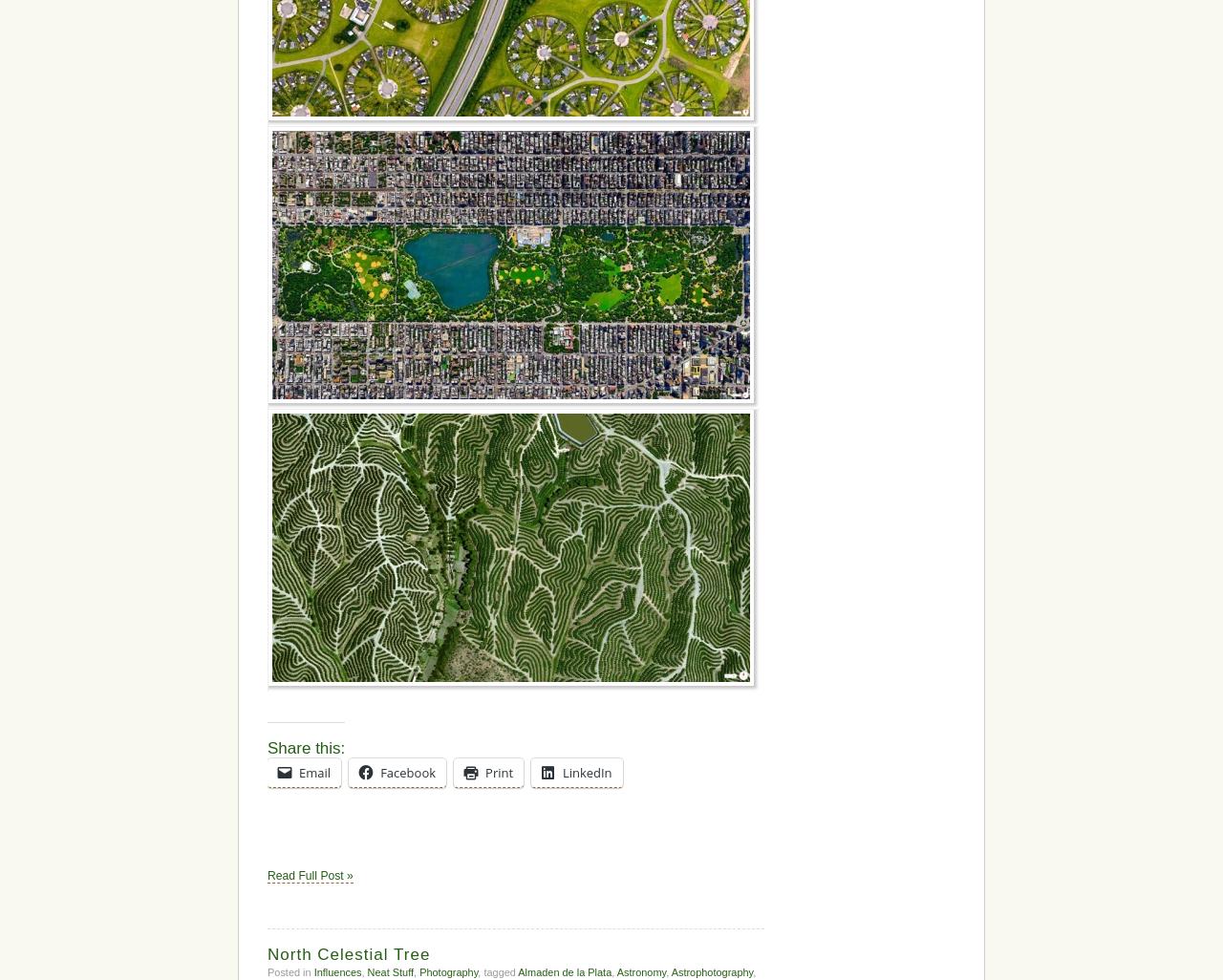 Image resolution: width=1223 pixels, height=980 pixels. What do you see at coordinates (267, 953) in the screenshot?
I see `'North Celestial Tree'` at bounding box center [267, 953].